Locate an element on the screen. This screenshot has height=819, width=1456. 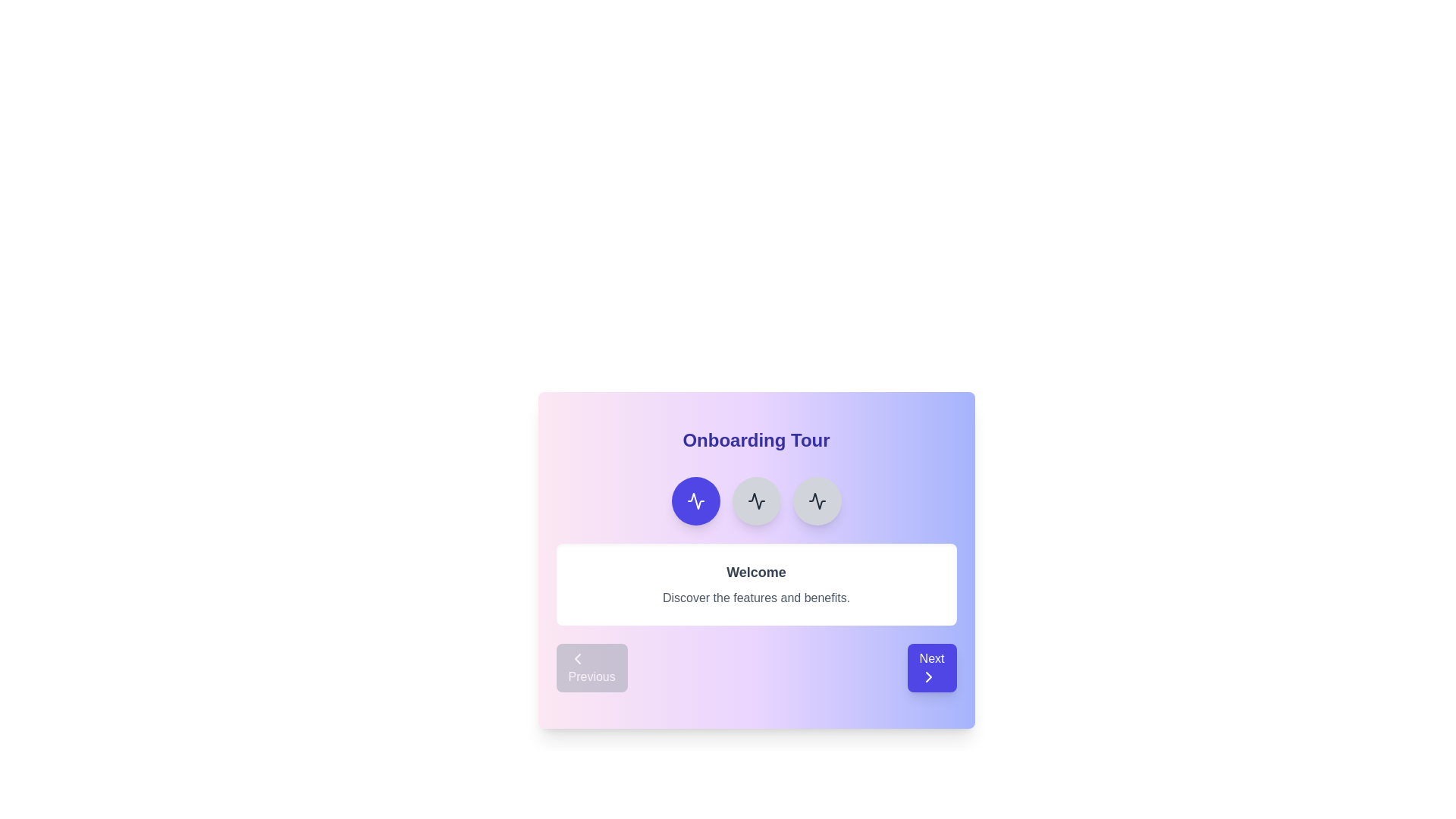
the interactive icon represented by a line graph-like icon within a circular button, located as the third button in a row of three at the top of the central onboarding card is located at coordinates (756, 500).